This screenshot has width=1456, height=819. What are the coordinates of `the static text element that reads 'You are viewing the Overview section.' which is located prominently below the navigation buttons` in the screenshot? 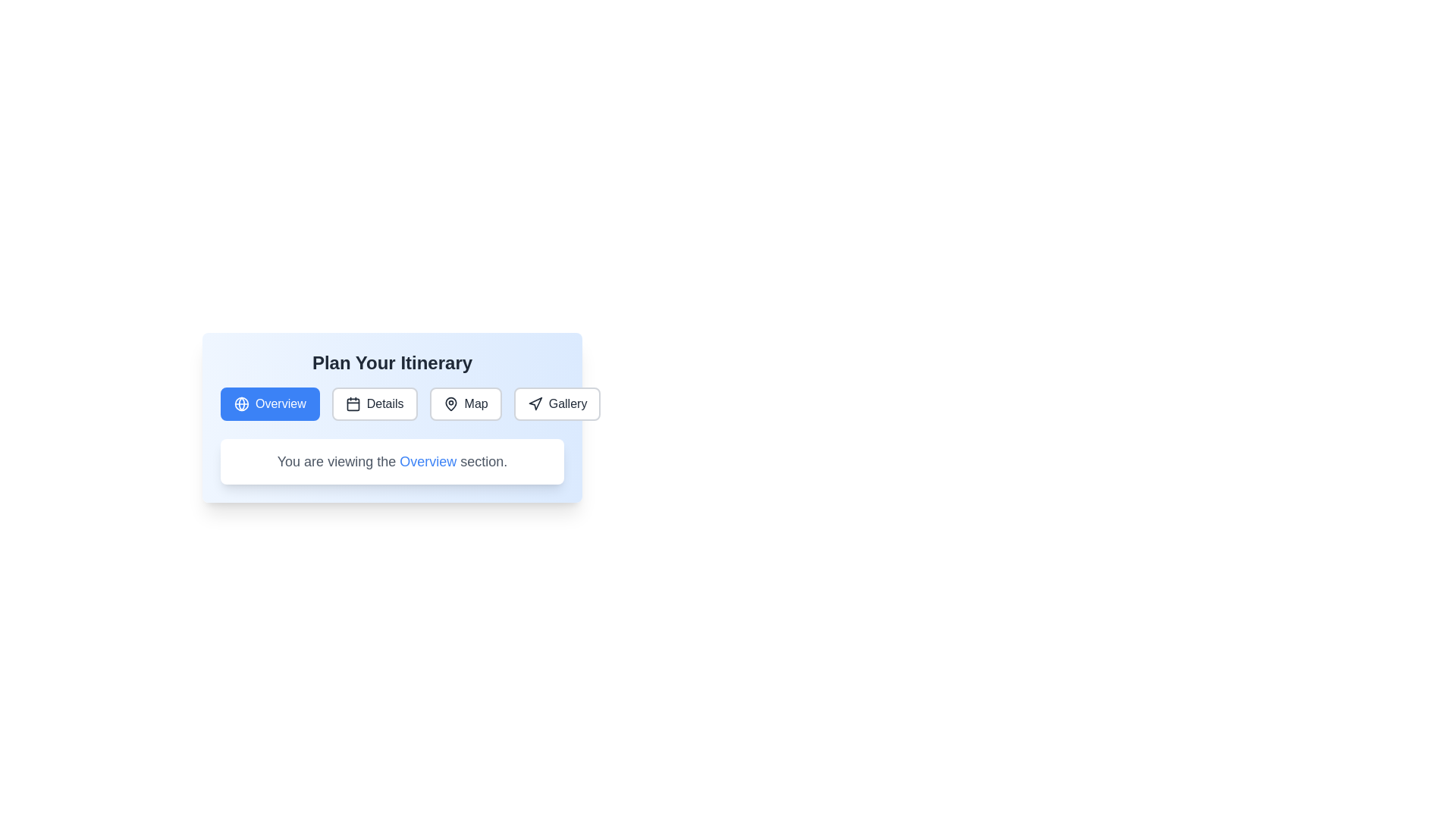 It's located at (392, 461).